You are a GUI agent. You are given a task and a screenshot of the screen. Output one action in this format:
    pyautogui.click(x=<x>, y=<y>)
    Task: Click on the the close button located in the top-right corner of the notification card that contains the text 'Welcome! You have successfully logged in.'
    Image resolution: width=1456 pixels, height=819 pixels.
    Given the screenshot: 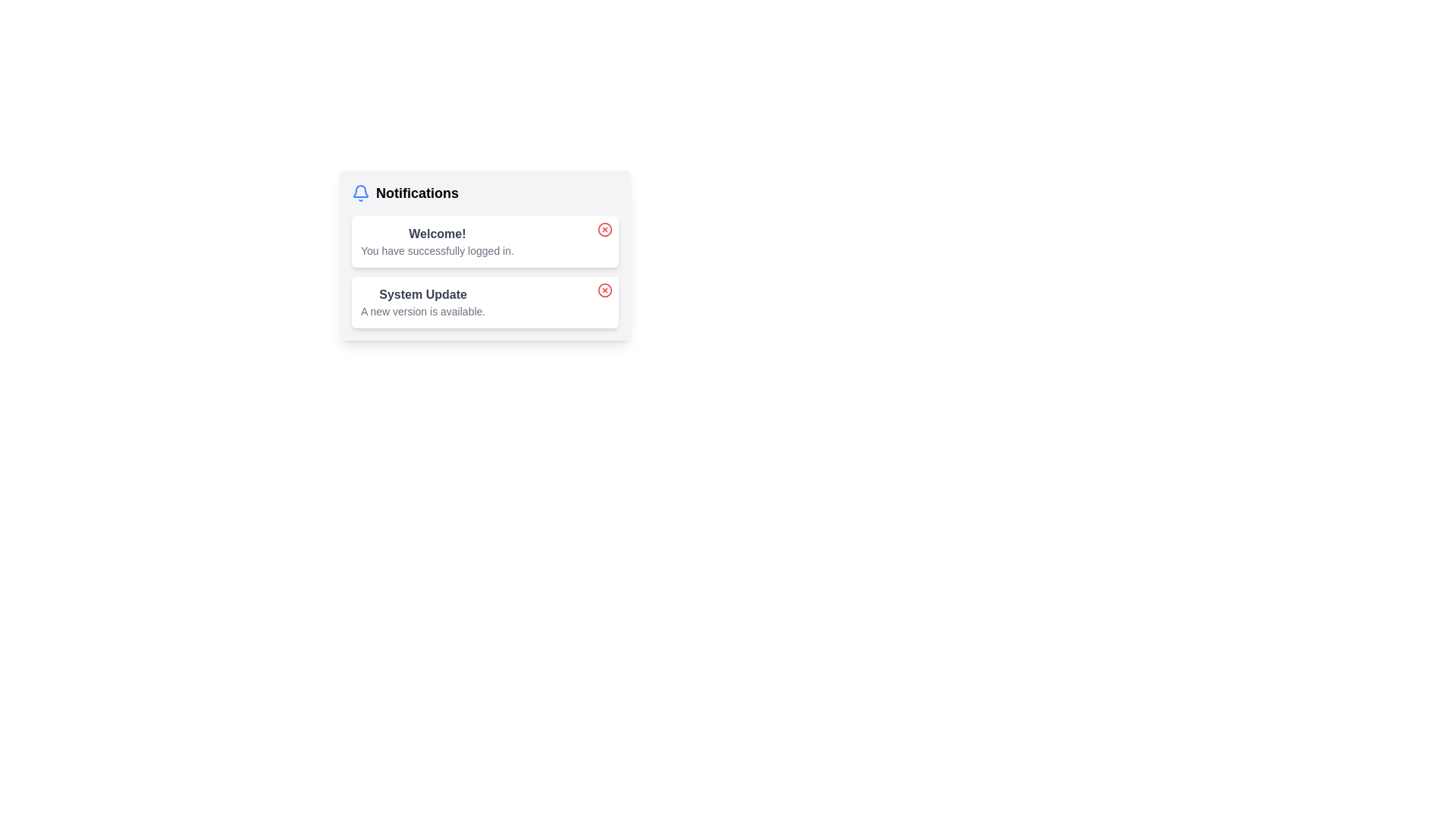 What is the action you would take?
    pyautogui.click(x=604, y=230)
    